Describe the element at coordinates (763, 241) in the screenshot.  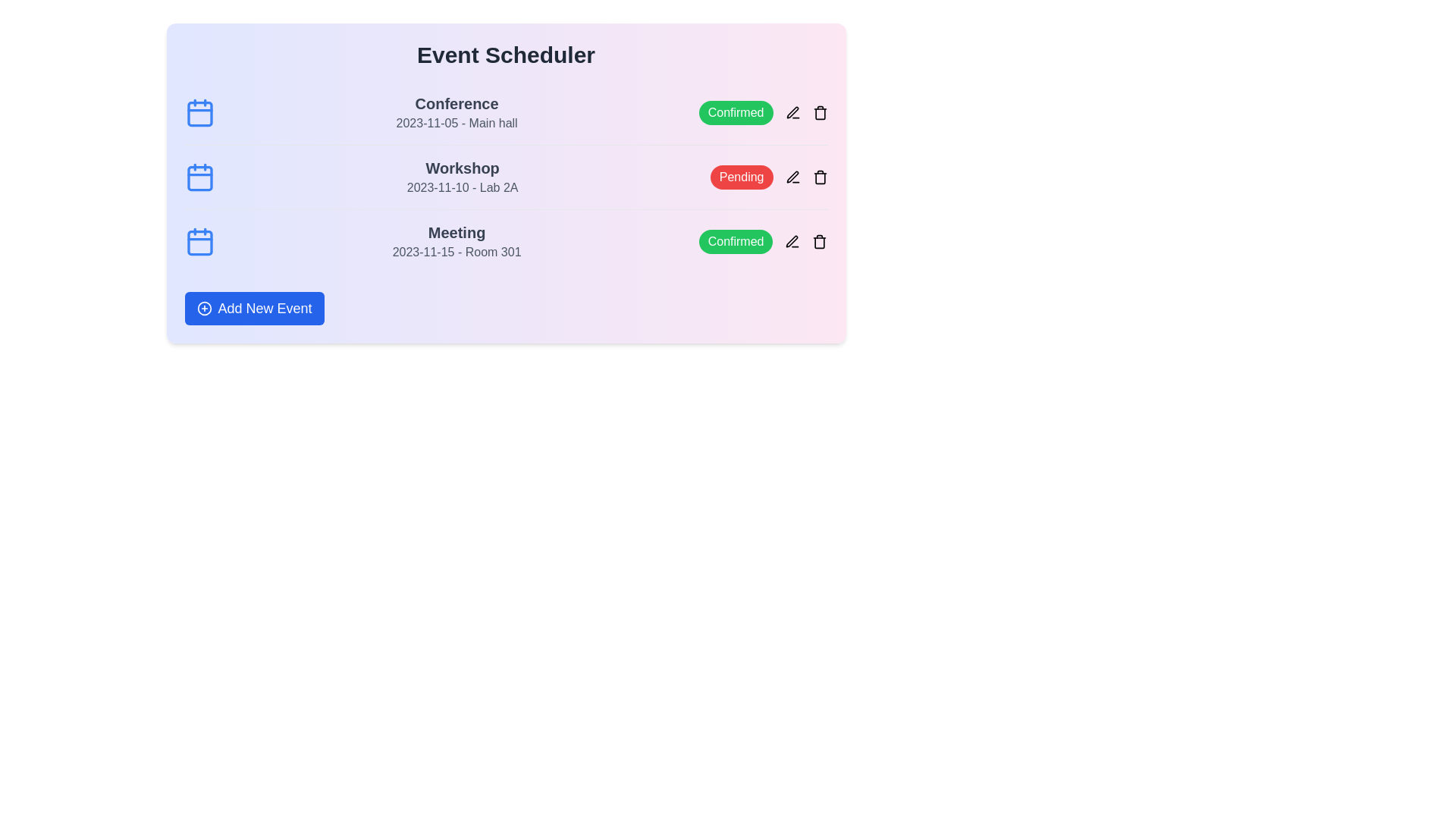
I see `the 'Confirmed' button, a rounded button with bold white text on a green background, located in the right-hand section of the third event row ('Meeting 2023-11-15 - Room 301') in the Event Scheduler interface` at that location.